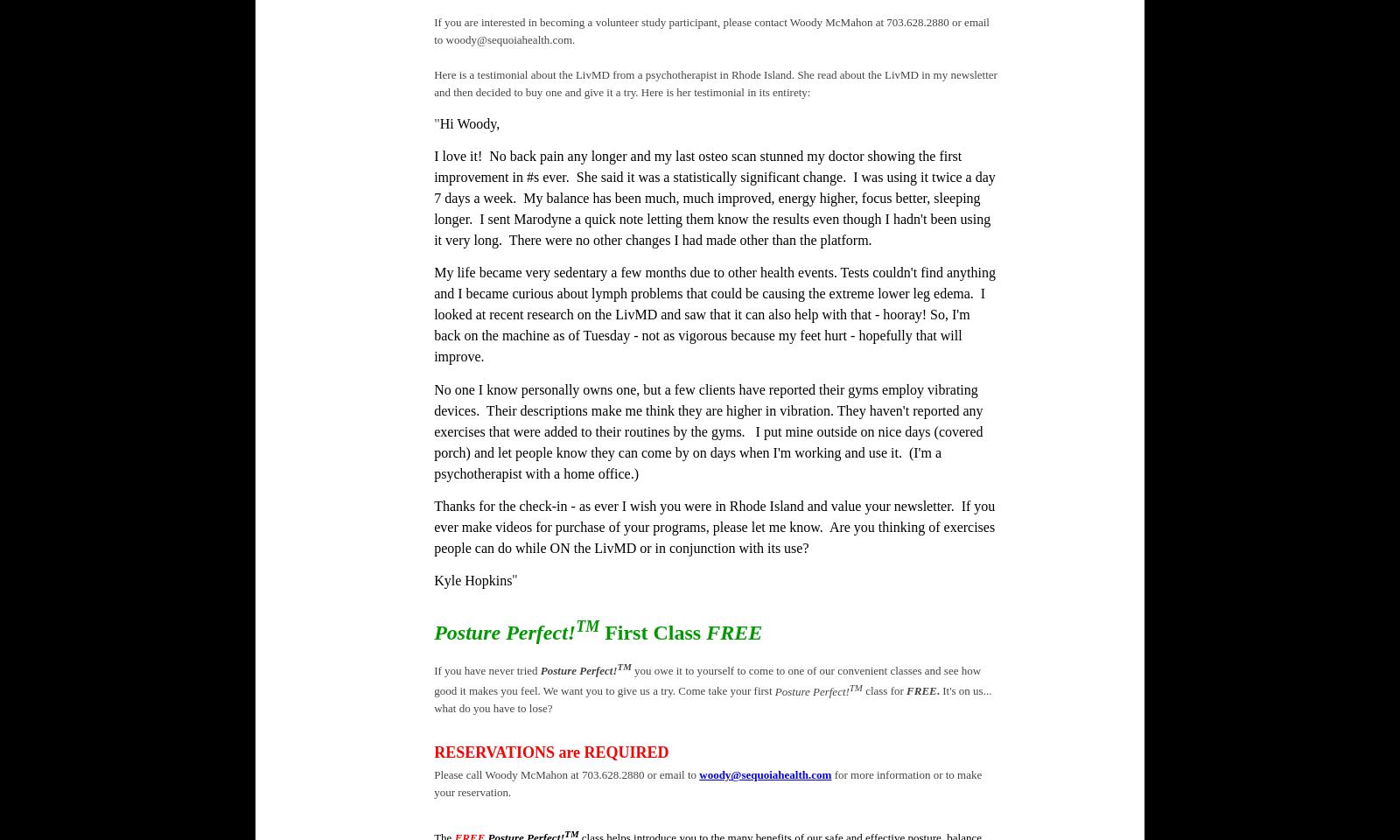 The height and width of the screenshot is (840, 1400). Describe the element at coordinates (486, 669) in the screenshot. I see `'If you have never tried'` at that location.